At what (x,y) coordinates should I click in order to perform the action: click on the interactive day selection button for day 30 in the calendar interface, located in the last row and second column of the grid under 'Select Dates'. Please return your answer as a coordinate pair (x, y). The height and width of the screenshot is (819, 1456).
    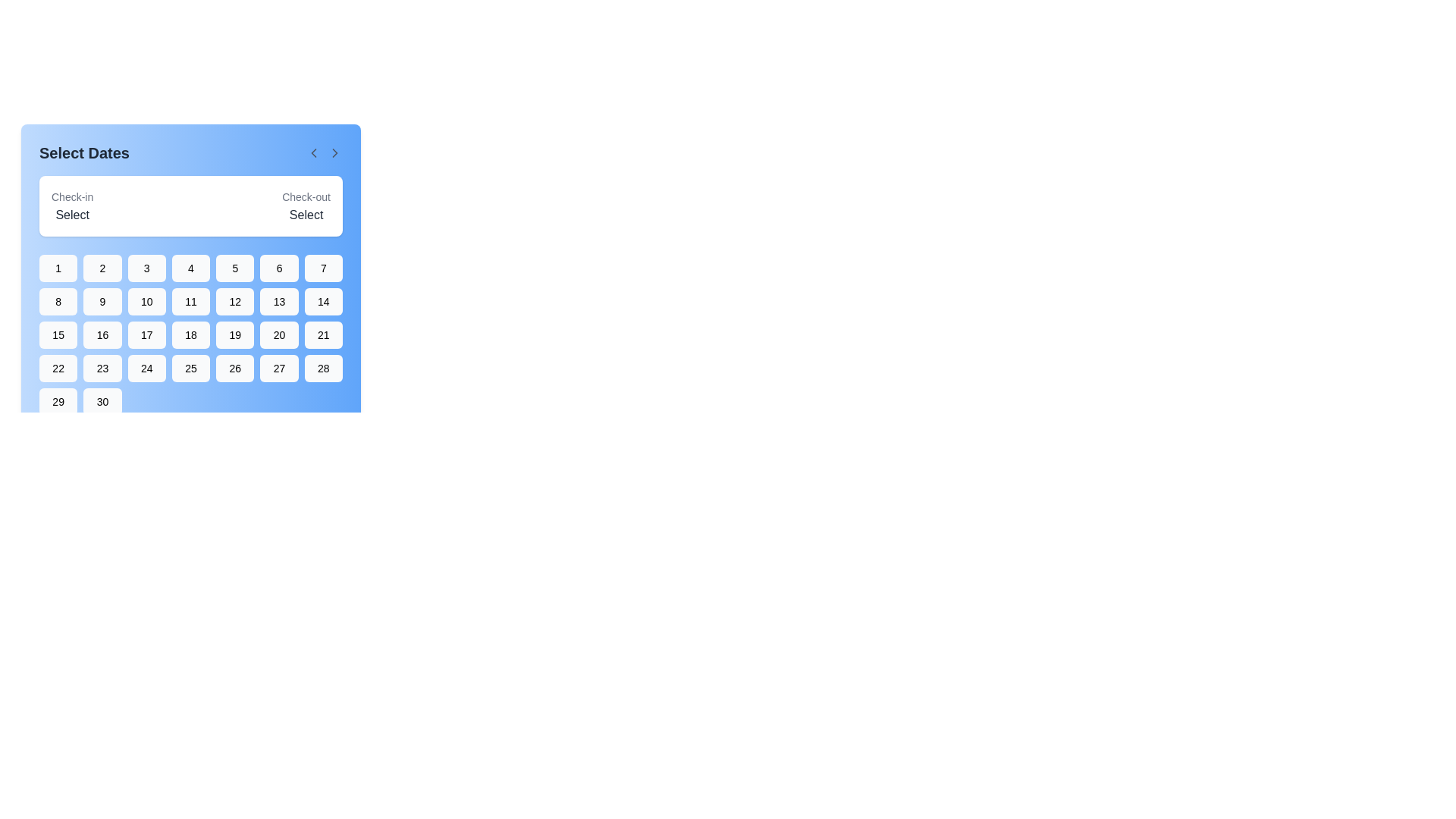
    Looking at the image, I should click on (102, 400).